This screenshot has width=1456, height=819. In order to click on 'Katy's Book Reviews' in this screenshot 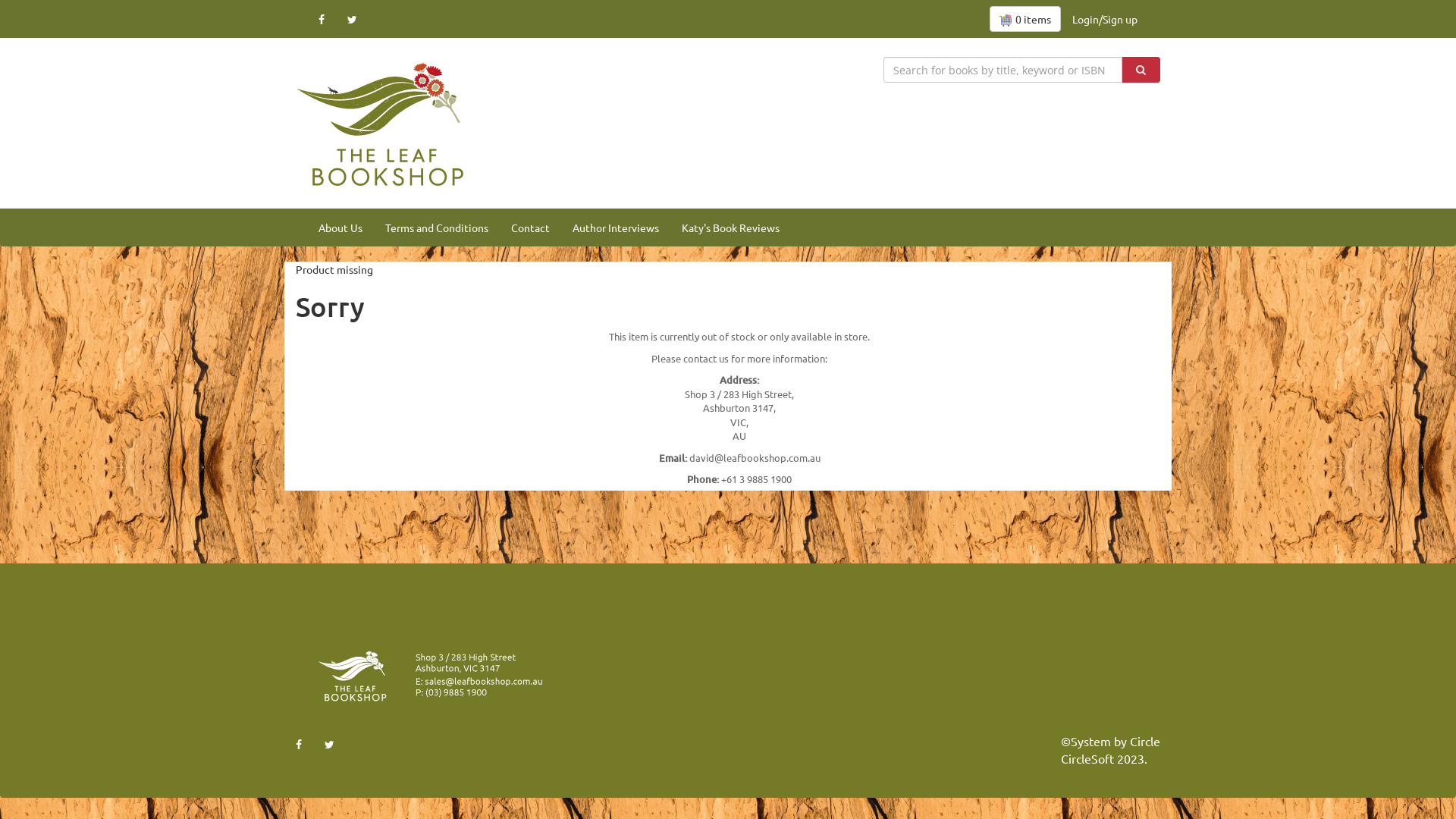, I will do `click(730, 227)`.